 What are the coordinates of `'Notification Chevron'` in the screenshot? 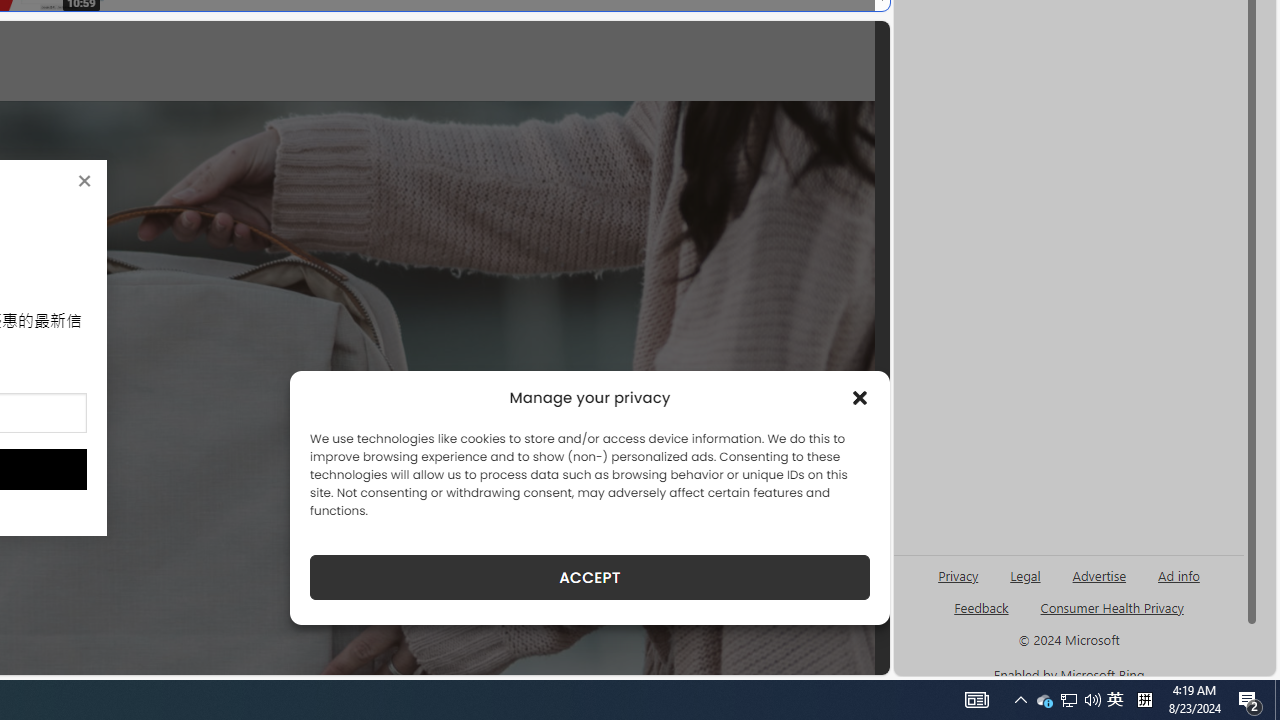 It's located at (1020, 698).